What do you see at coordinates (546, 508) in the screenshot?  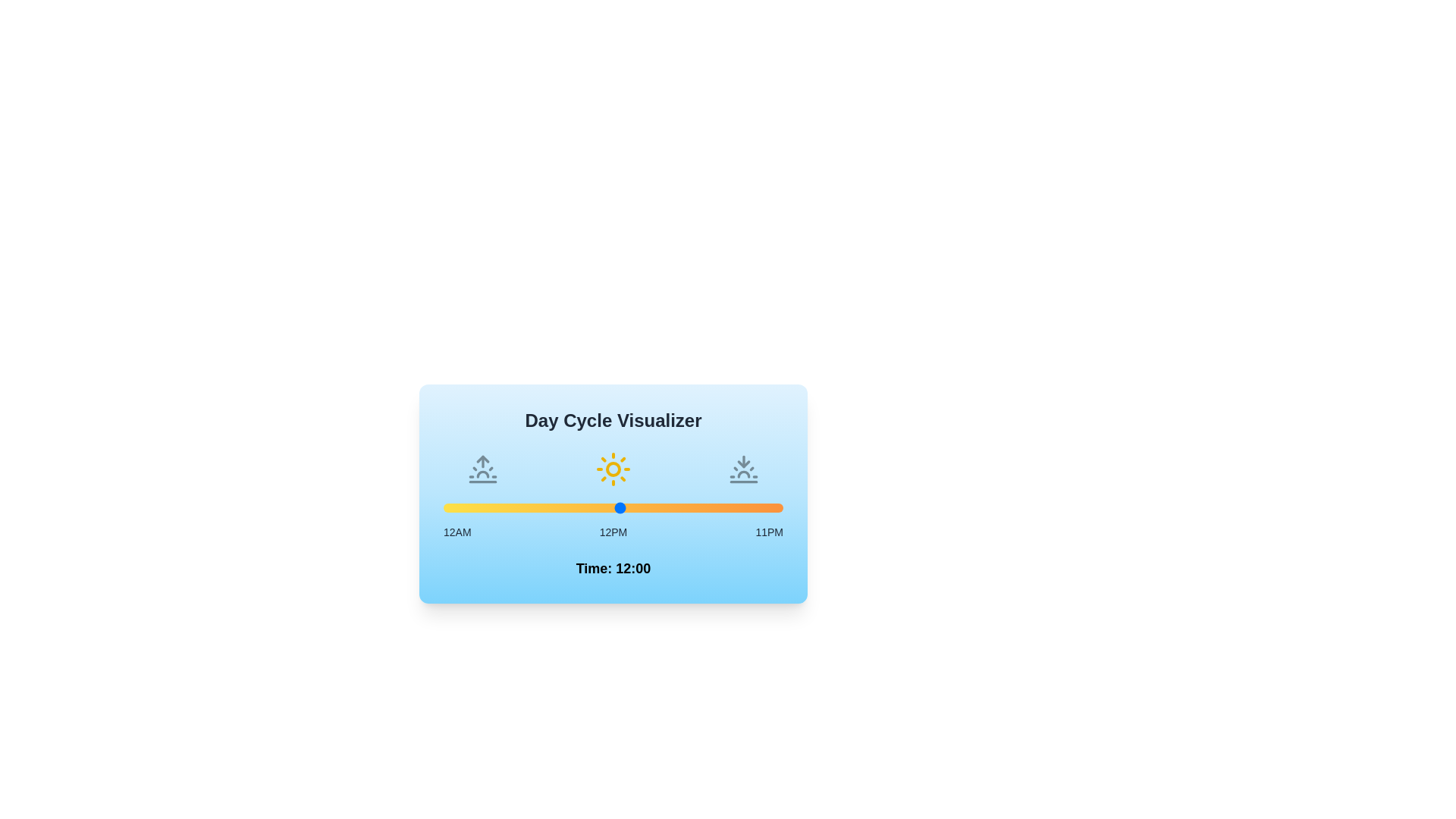 I see `the time to 7 by moving the slider` at bounding box center [546, 508].